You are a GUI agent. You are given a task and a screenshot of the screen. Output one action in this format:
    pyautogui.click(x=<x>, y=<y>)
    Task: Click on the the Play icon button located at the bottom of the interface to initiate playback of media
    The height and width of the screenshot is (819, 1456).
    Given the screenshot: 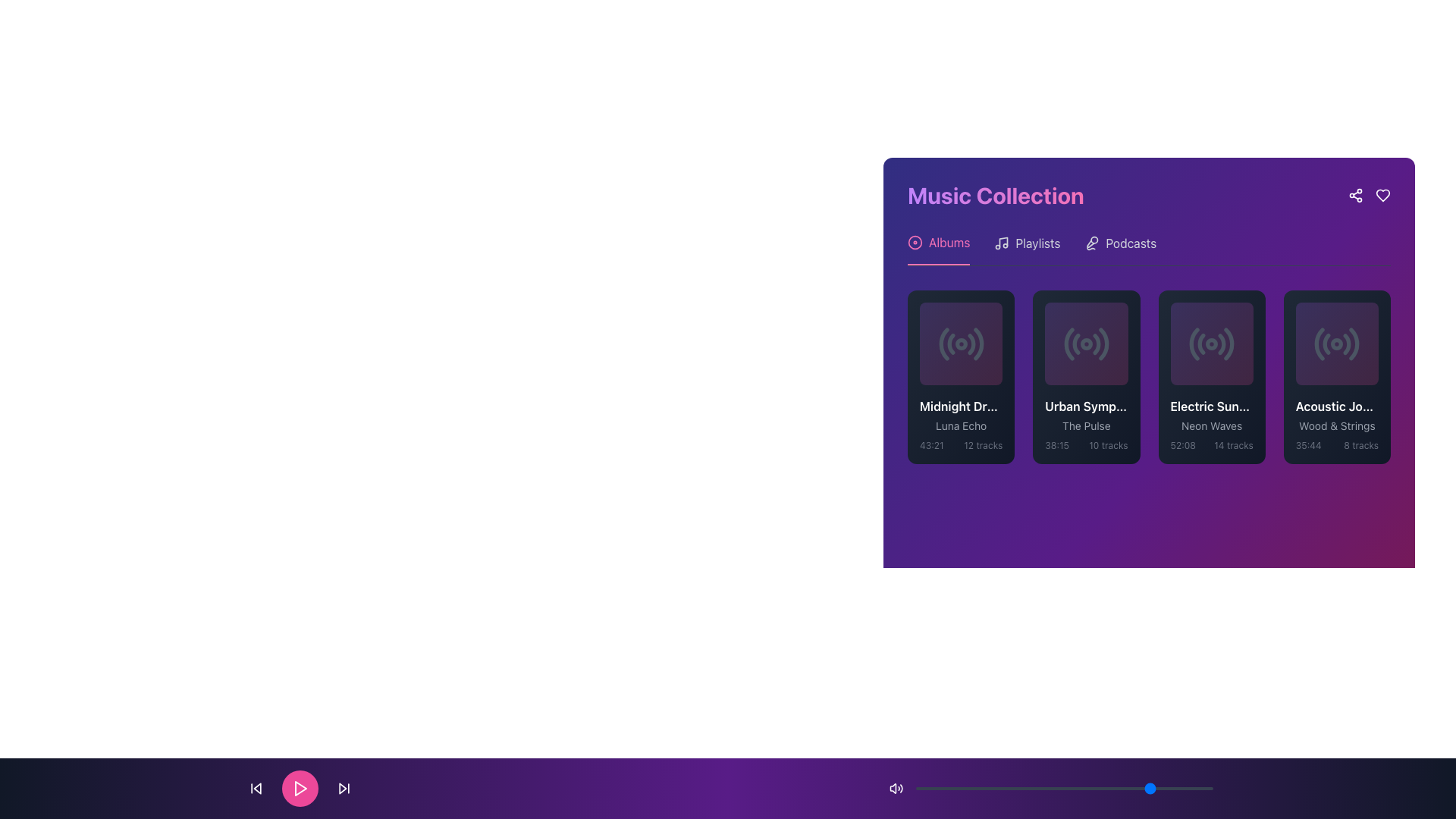 What is the action you would take?
    pyautogui.click(x=300, y=788)
    